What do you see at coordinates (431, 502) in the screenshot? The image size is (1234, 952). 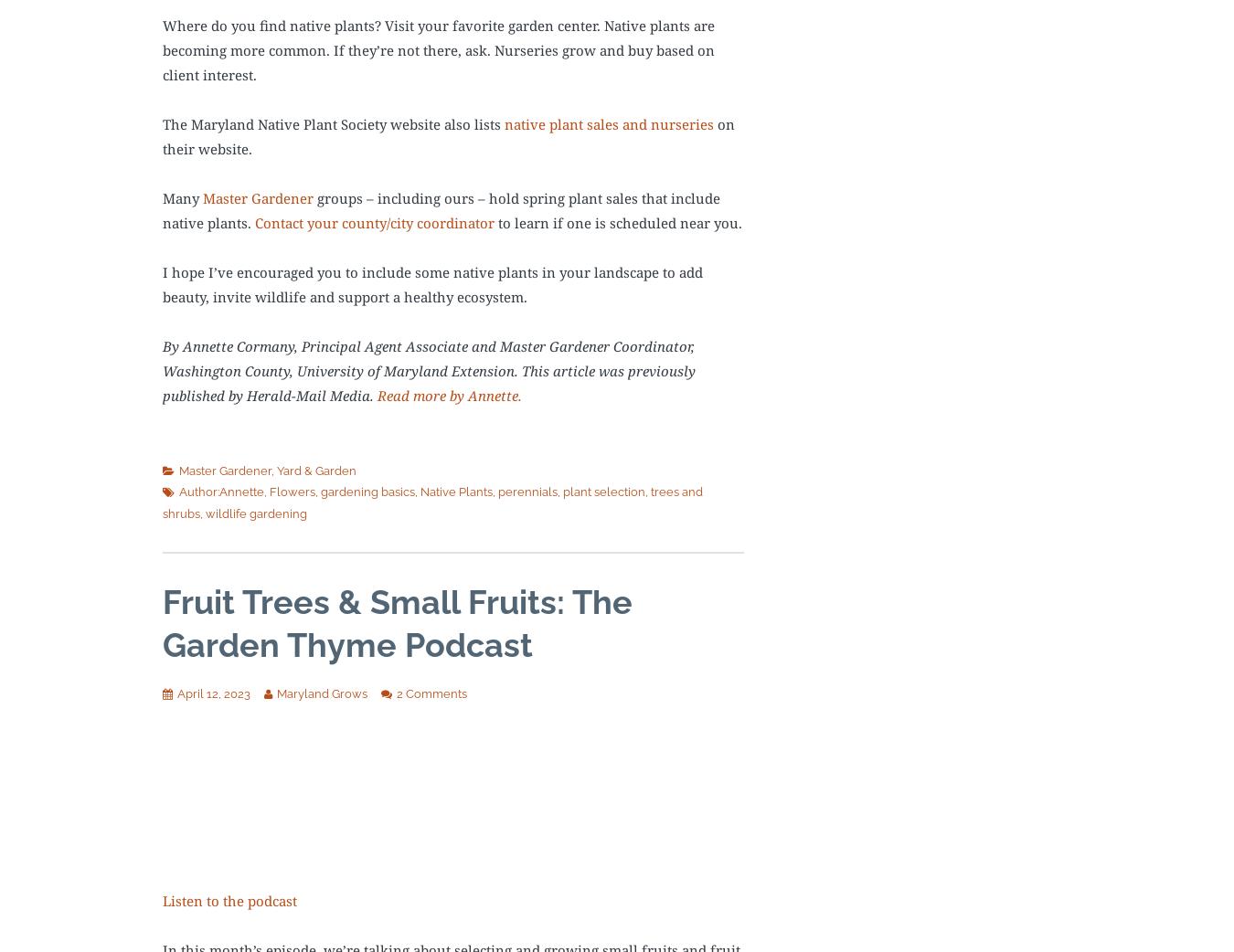 I see `'trees and shrubs'` at bounding box center [431, 502].